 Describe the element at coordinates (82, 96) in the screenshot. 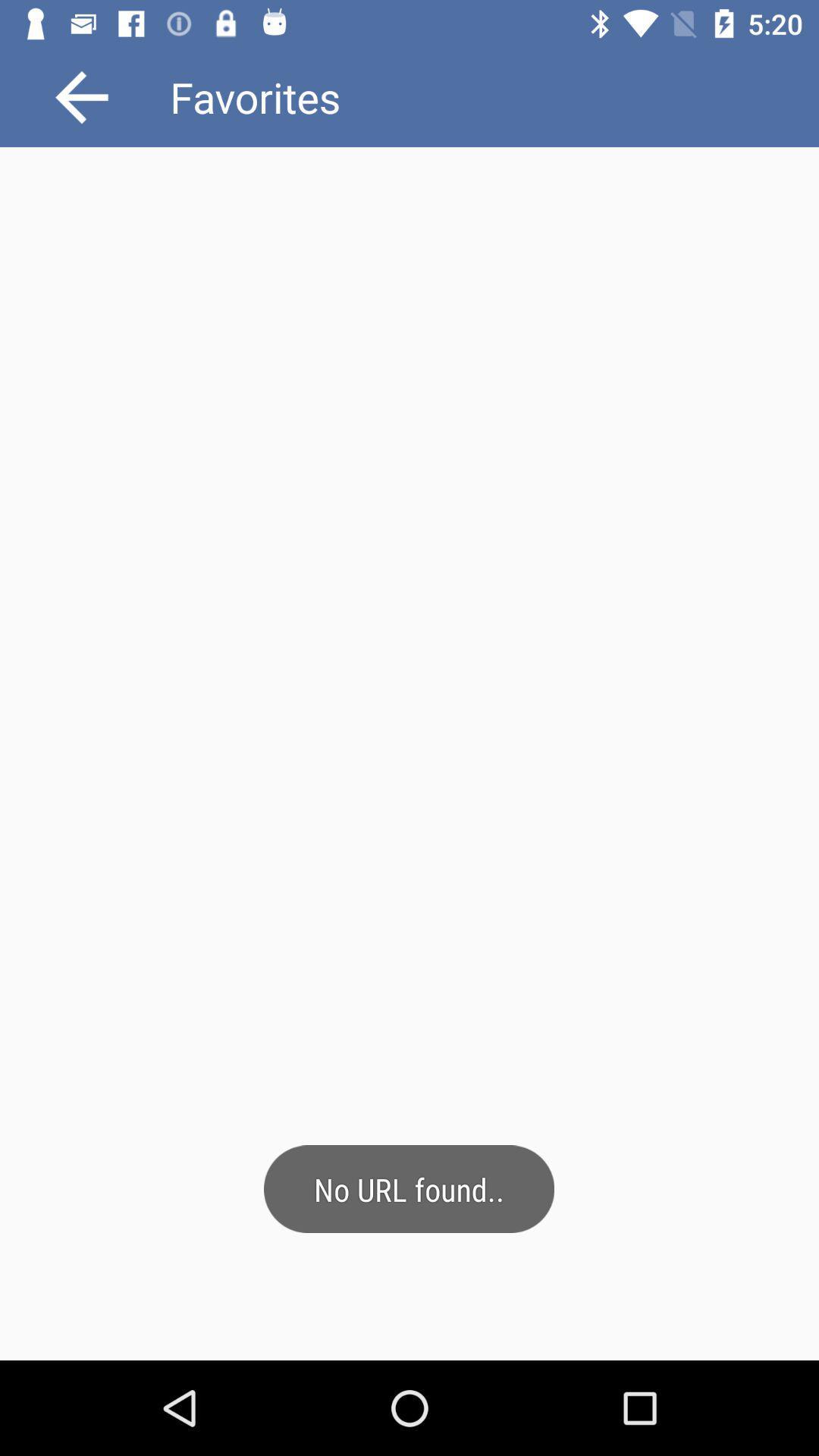

I see `the arrow_backward icon` at that location.